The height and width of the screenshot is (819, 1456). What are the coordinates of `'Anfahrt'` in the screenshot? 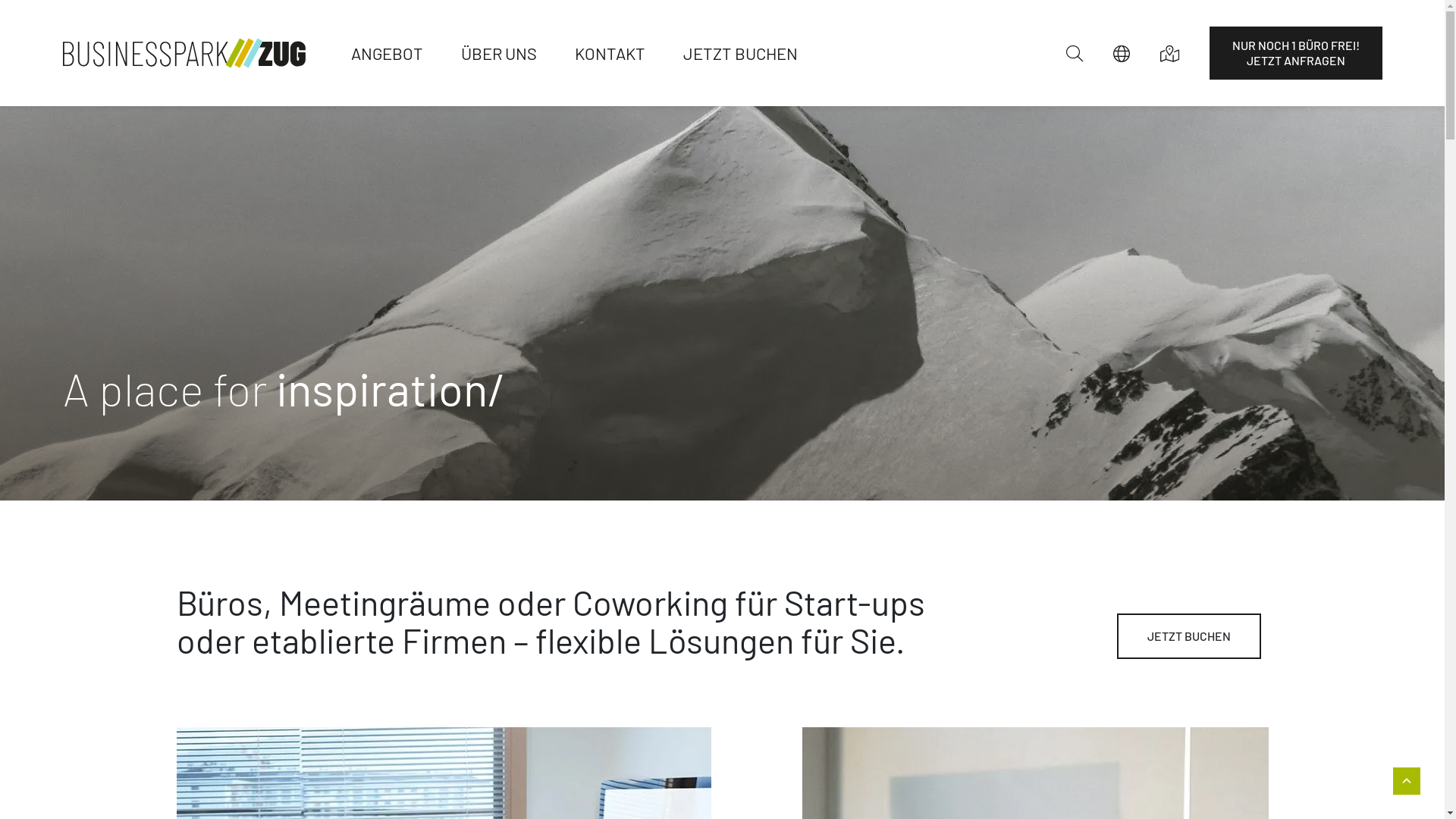 It's located at (1169, 52).